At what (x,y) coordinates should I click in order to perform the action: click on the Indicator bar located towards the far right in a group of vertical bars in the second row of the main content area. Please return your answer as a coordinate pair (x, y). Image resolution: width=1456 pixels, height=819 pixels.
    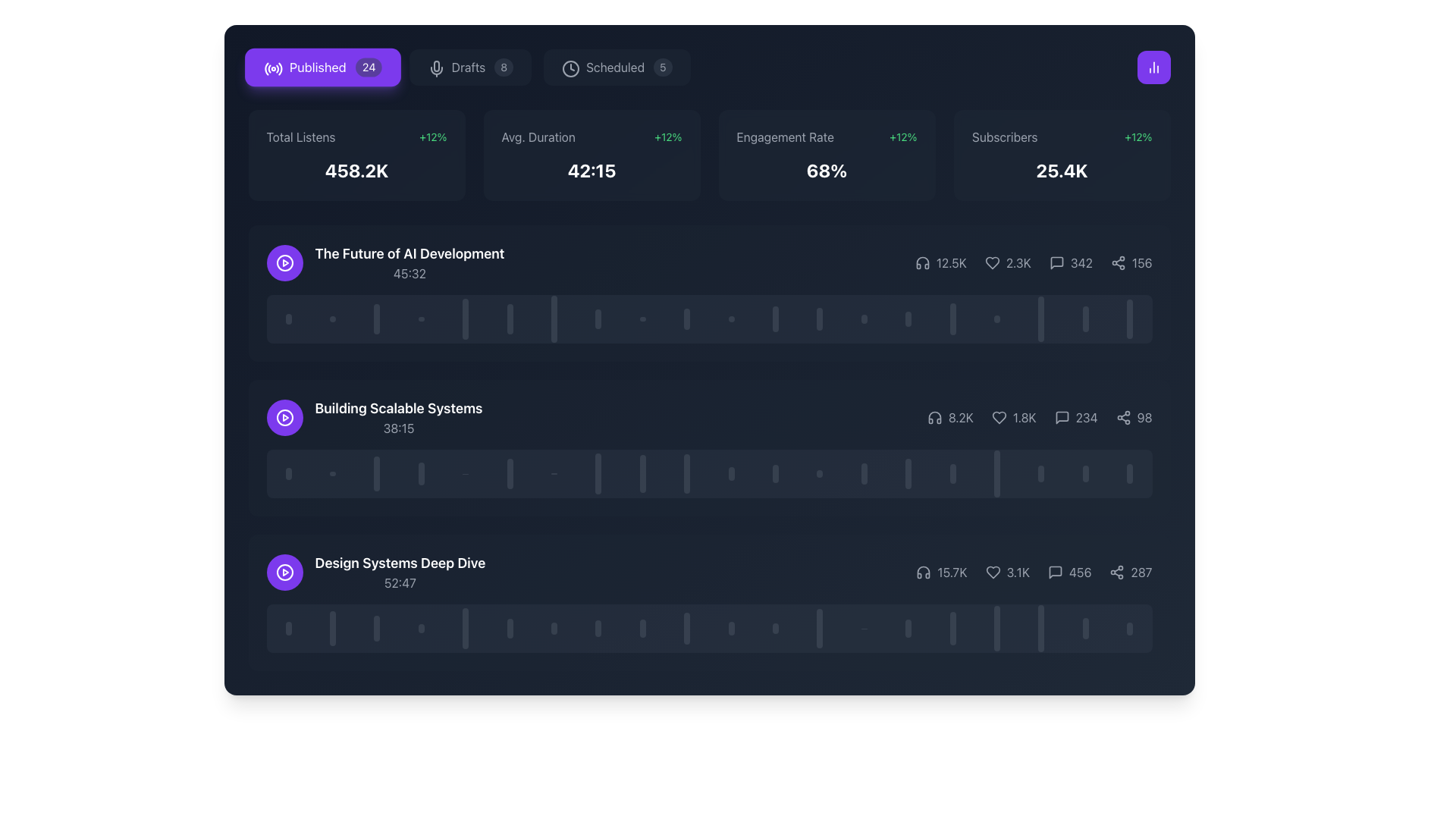
    Looking at the image, I should click on (1130, 472).